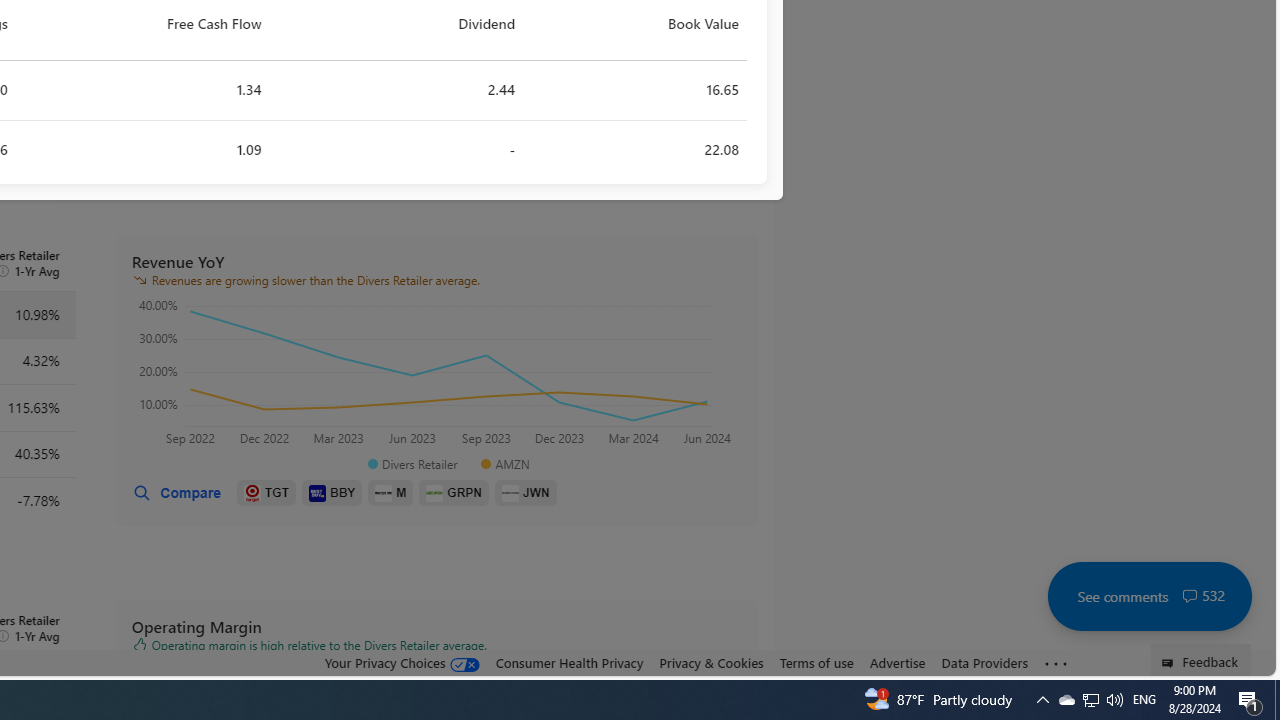 This screenshot has height=720, width=1280. Describe the element at coordinates (1200, 659) in the screenshot. I see `'Feedback'` at that location.